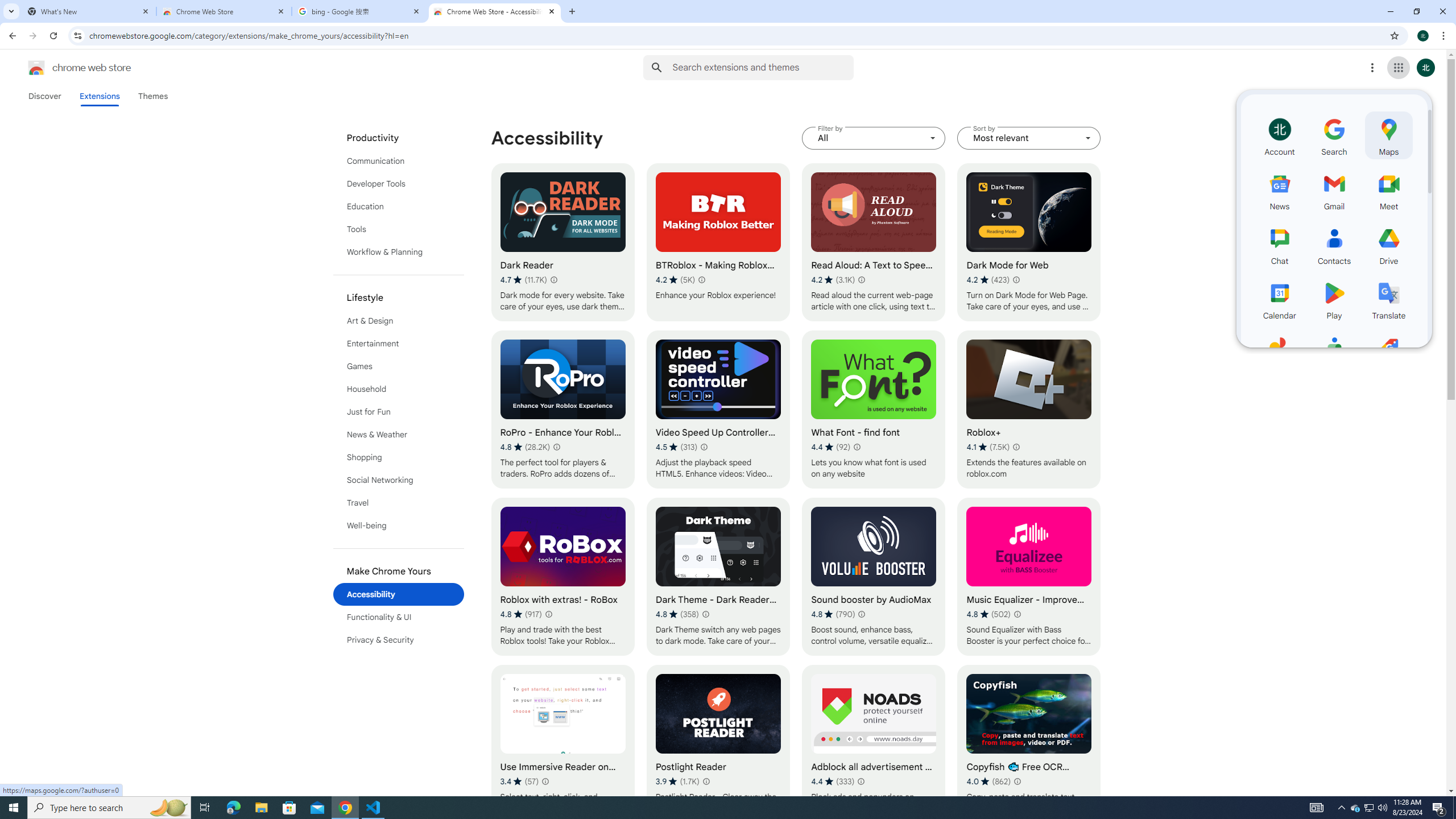  What do you see at coordinates (988, 780) in the screenshot?
I see `'Average rating 4.0 out of 5 stars. 862 ratings.'` at bounding box center [988, 780].